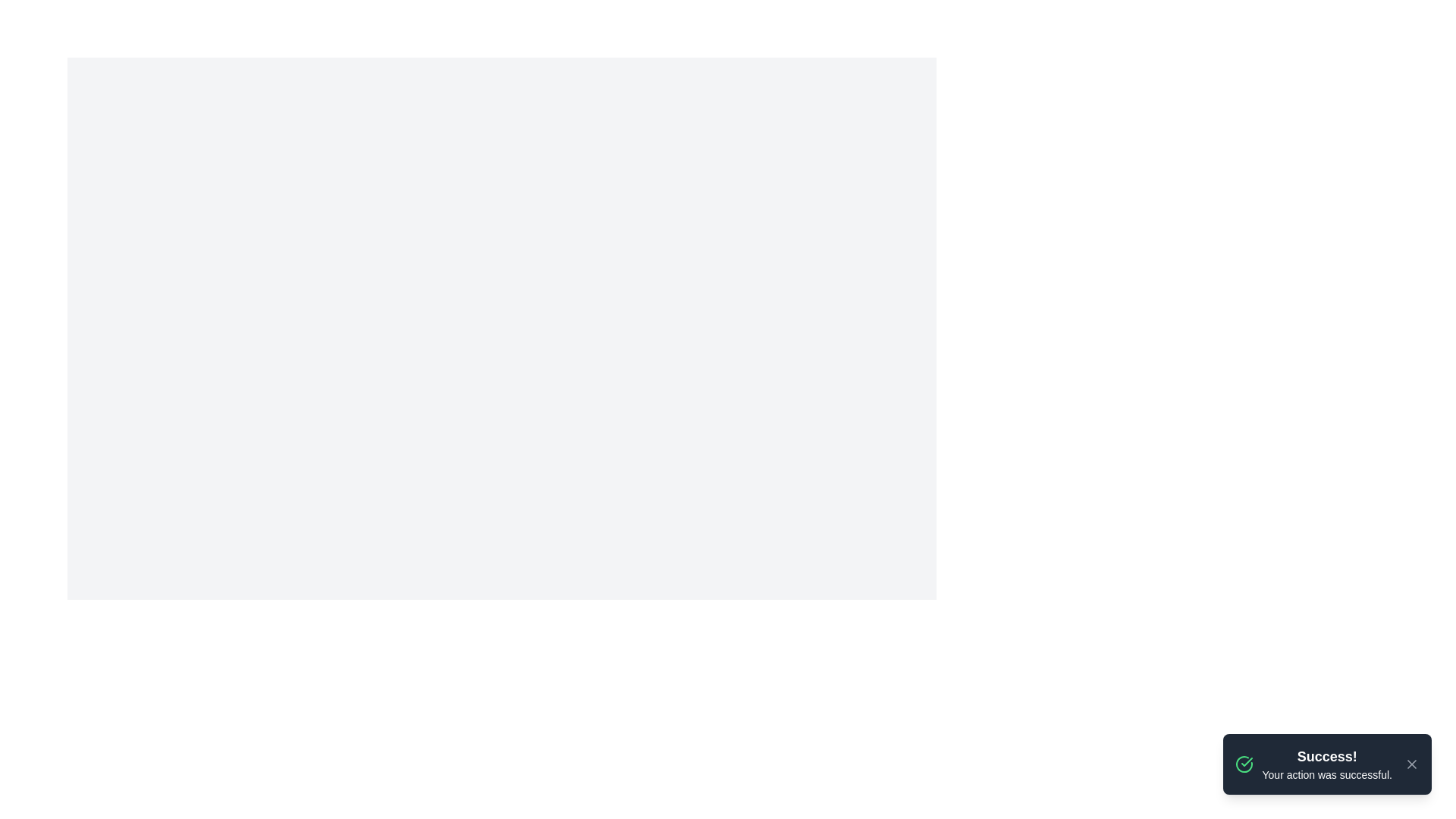 Image resolution: width=1456 pixels, height=819 pixels. Describe the element at coordinates (1326, 775) in the screenshot. I see `the confirmation text displayed beneath the heading 'Success!' in the notification box` at that location.